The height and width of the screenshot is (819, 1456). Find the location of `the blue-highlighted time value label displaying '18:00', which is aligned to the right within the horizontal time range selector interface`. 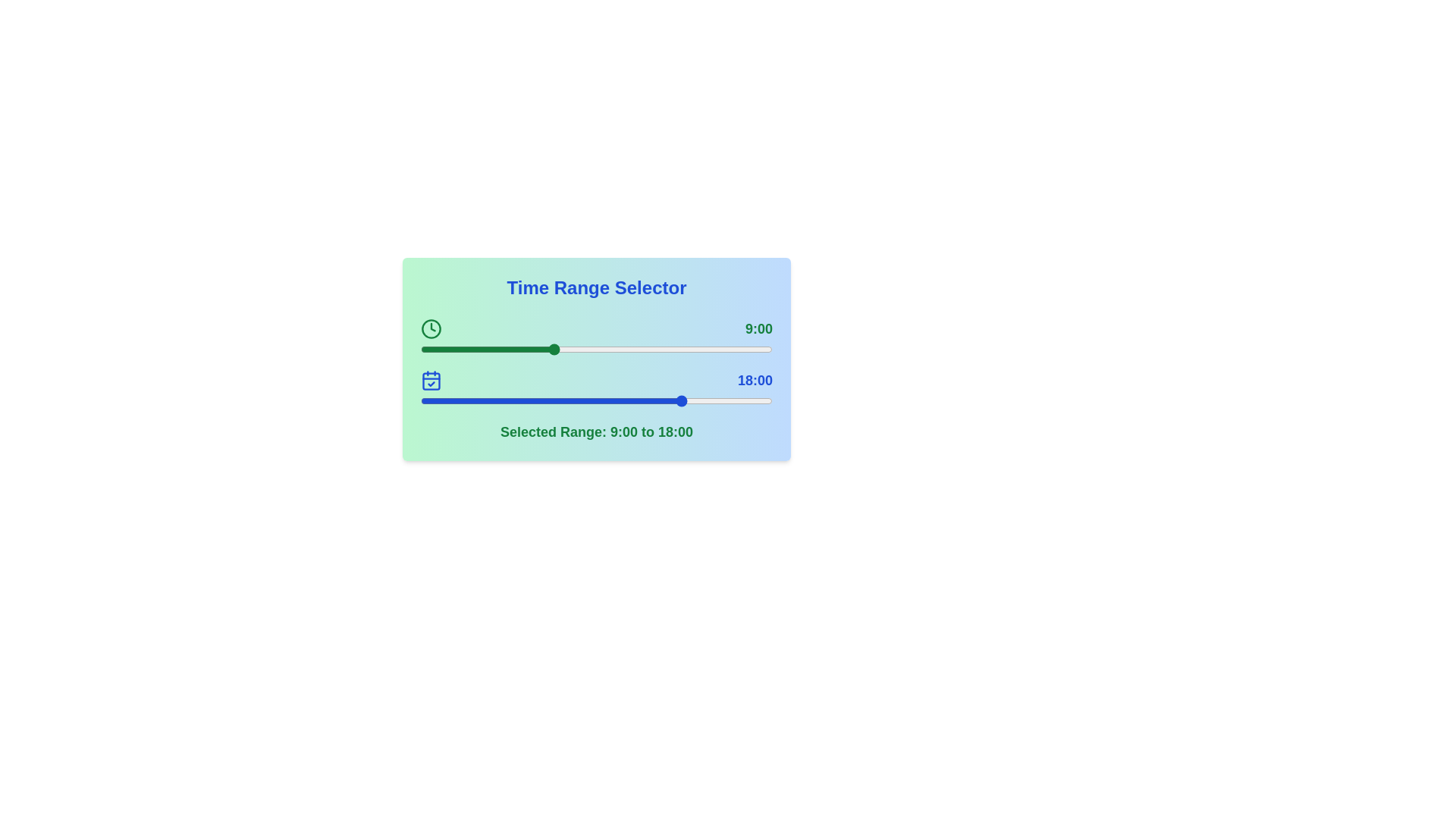

the blue-highlighted time value label displaying '18:00', which is aligned to the right within the horizontal time range selector interface is located at coordinates (596, 388).